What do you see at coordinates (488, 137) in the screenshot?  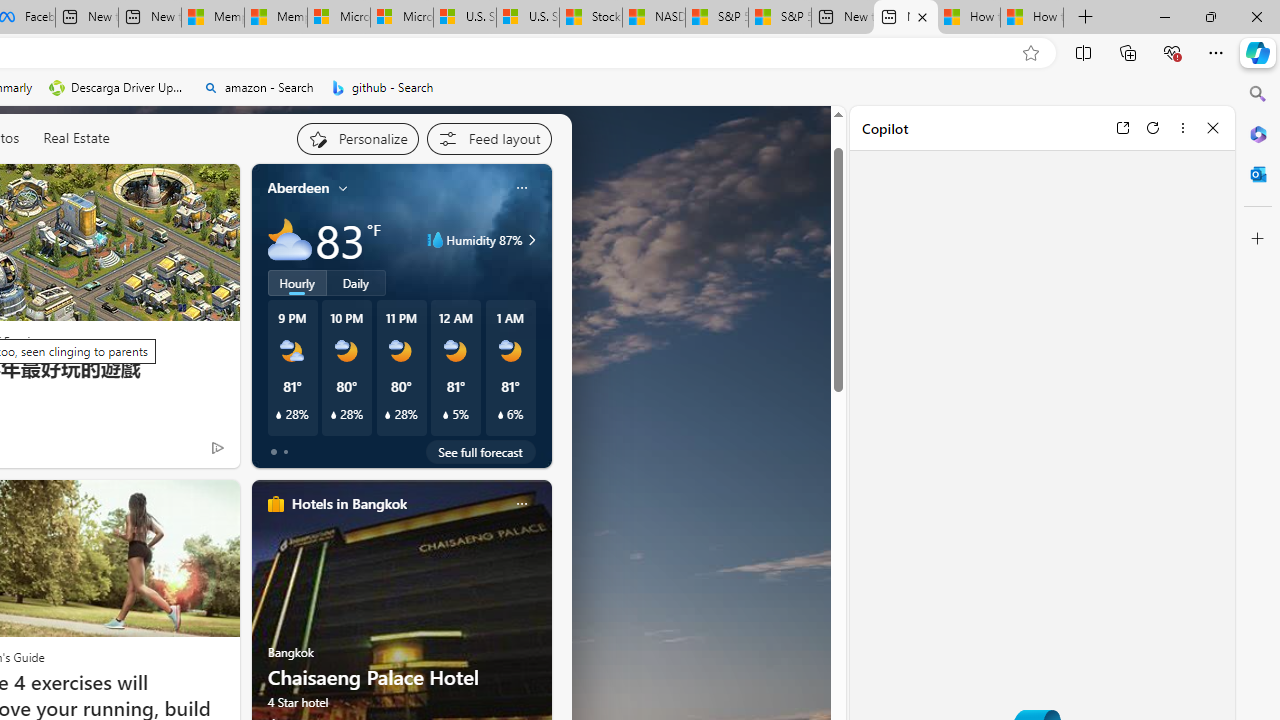 I see `'Feed settings'` at bounding box center [488, 137].